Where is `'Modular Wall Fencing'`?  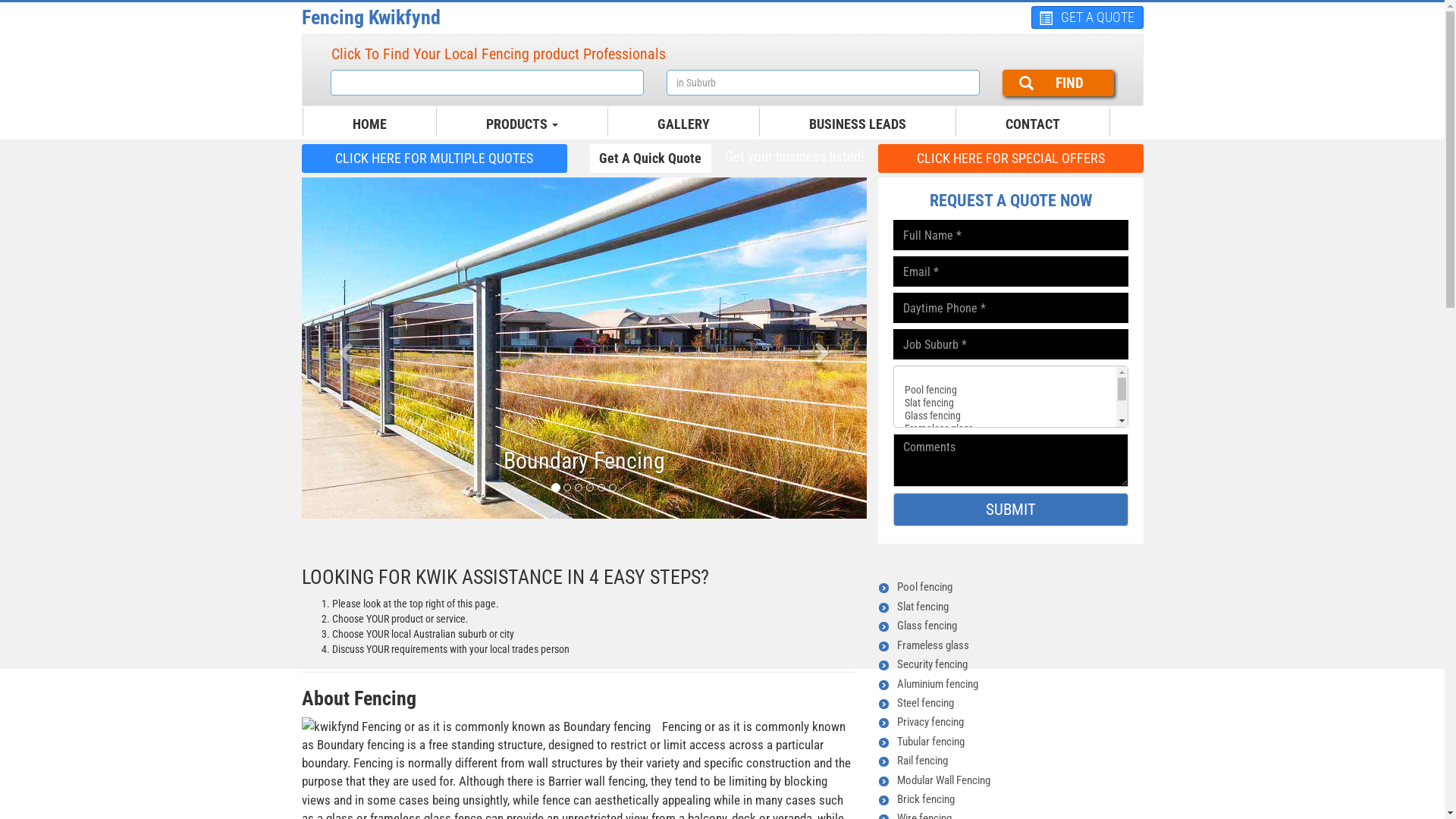
'Modular Wall Fencing' is located at coordinates (942, 780).